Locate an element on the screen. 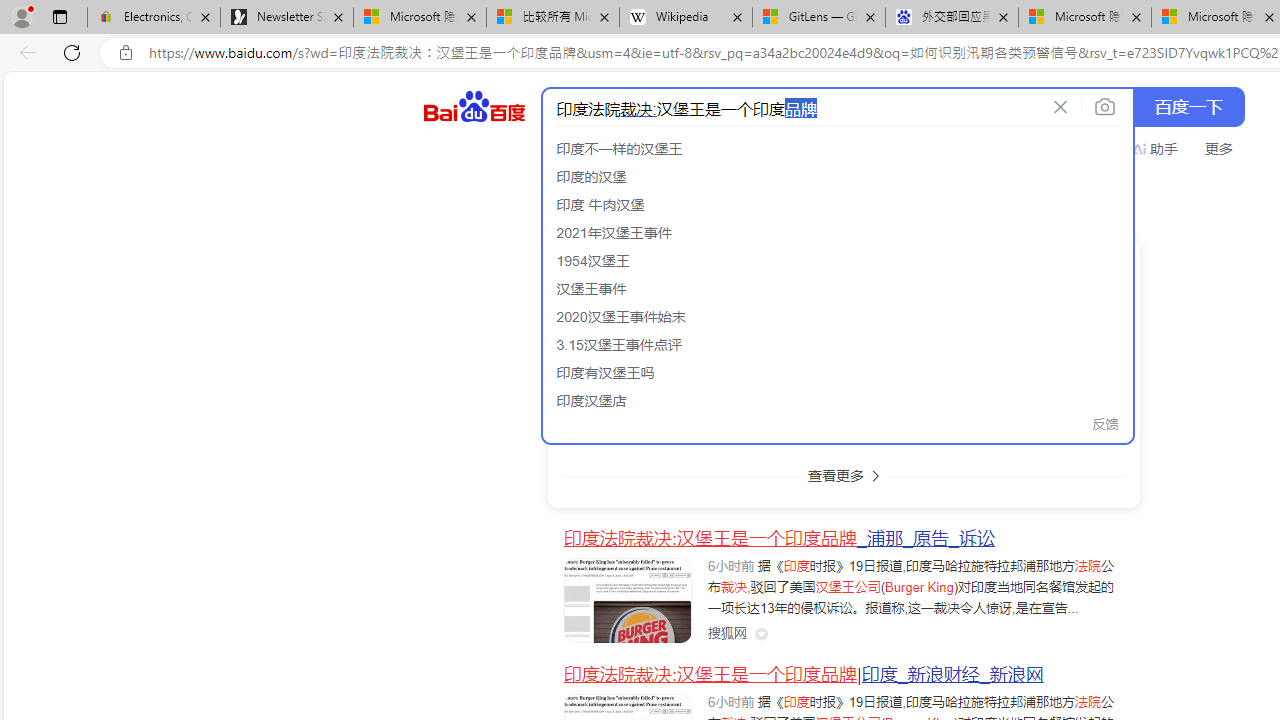 This screenshot has width=1280, height=720. 'Class: siteLink_9TPP3' is located at coordinates (726, 633).